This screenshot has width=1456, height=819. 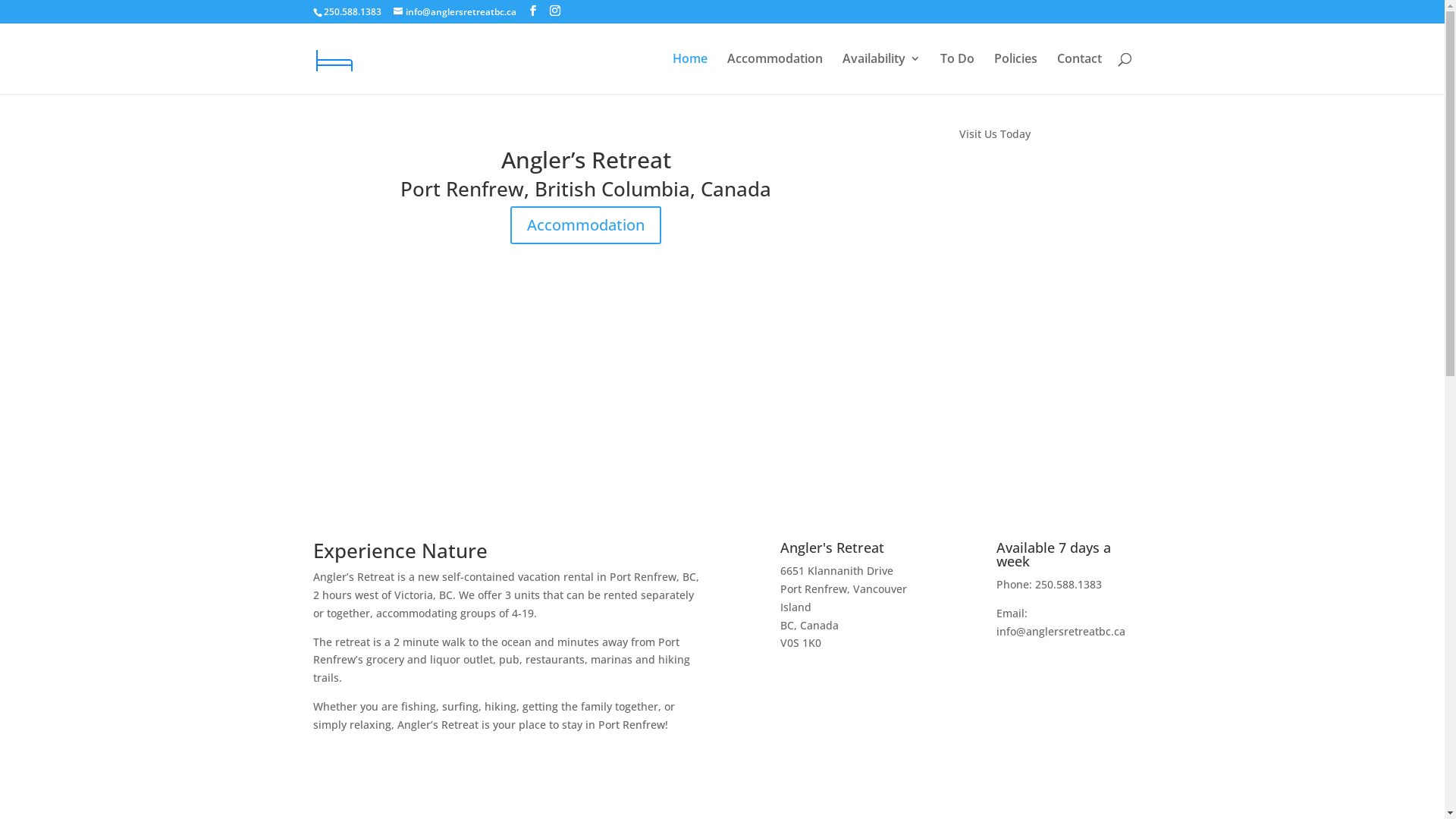 I want to click on 'Accommodation', so click(x=774, y=73).